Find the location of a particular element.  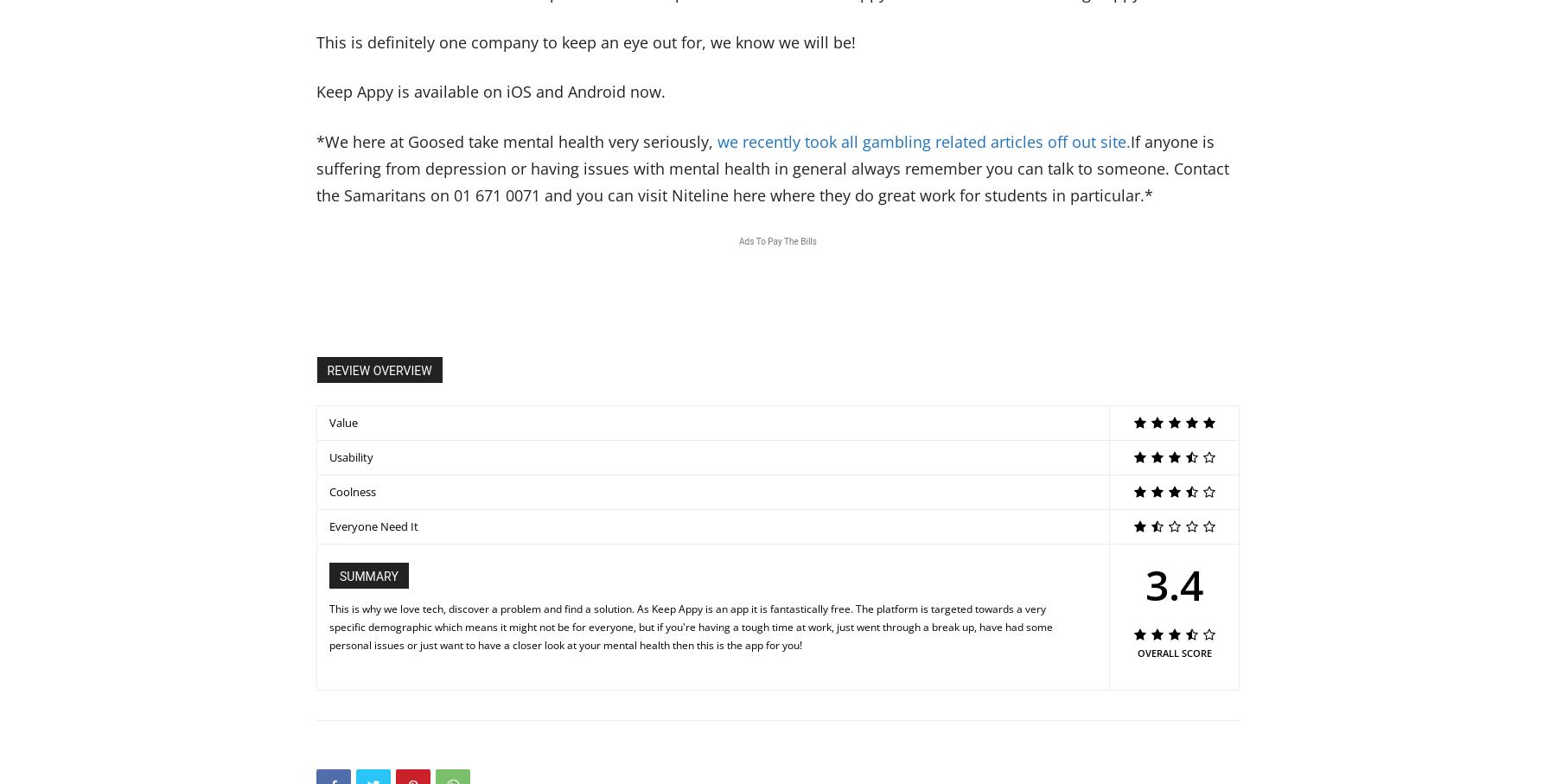

'Keep Appy is available on iOS and Android now.' is located at coordinates (491, 91).